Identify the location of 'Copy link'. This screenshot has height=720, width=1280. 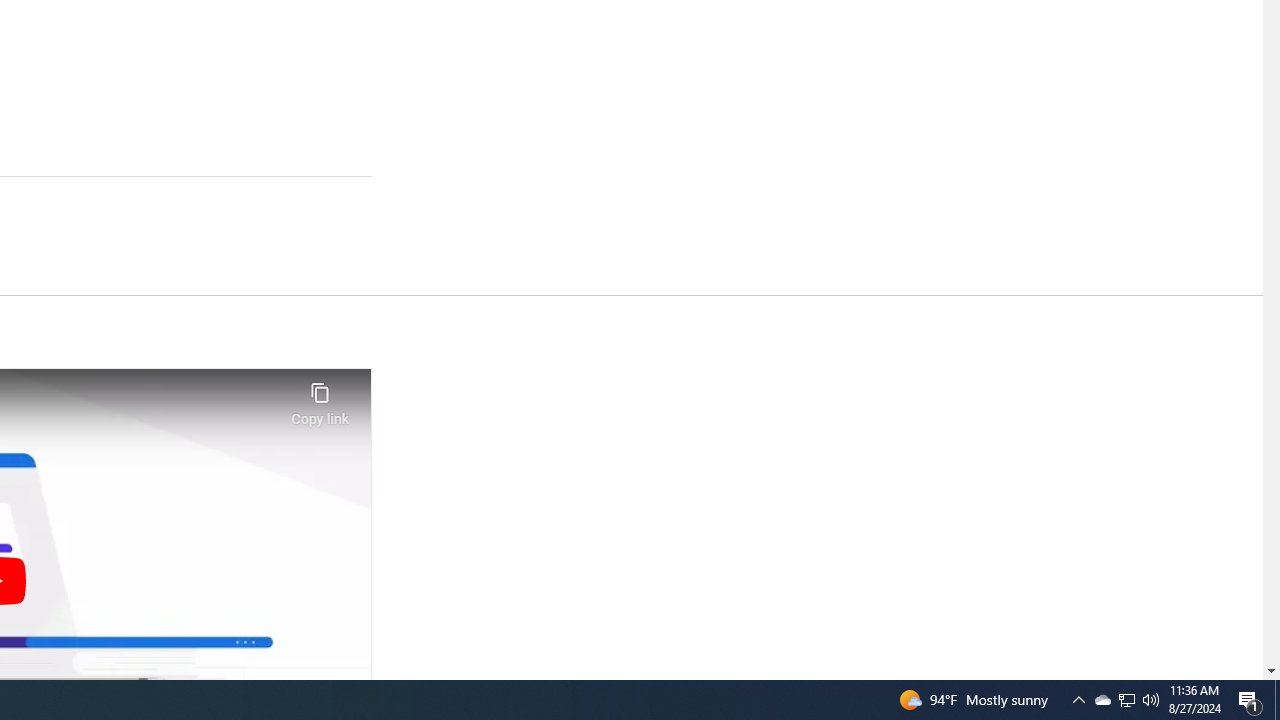
(320, 398).